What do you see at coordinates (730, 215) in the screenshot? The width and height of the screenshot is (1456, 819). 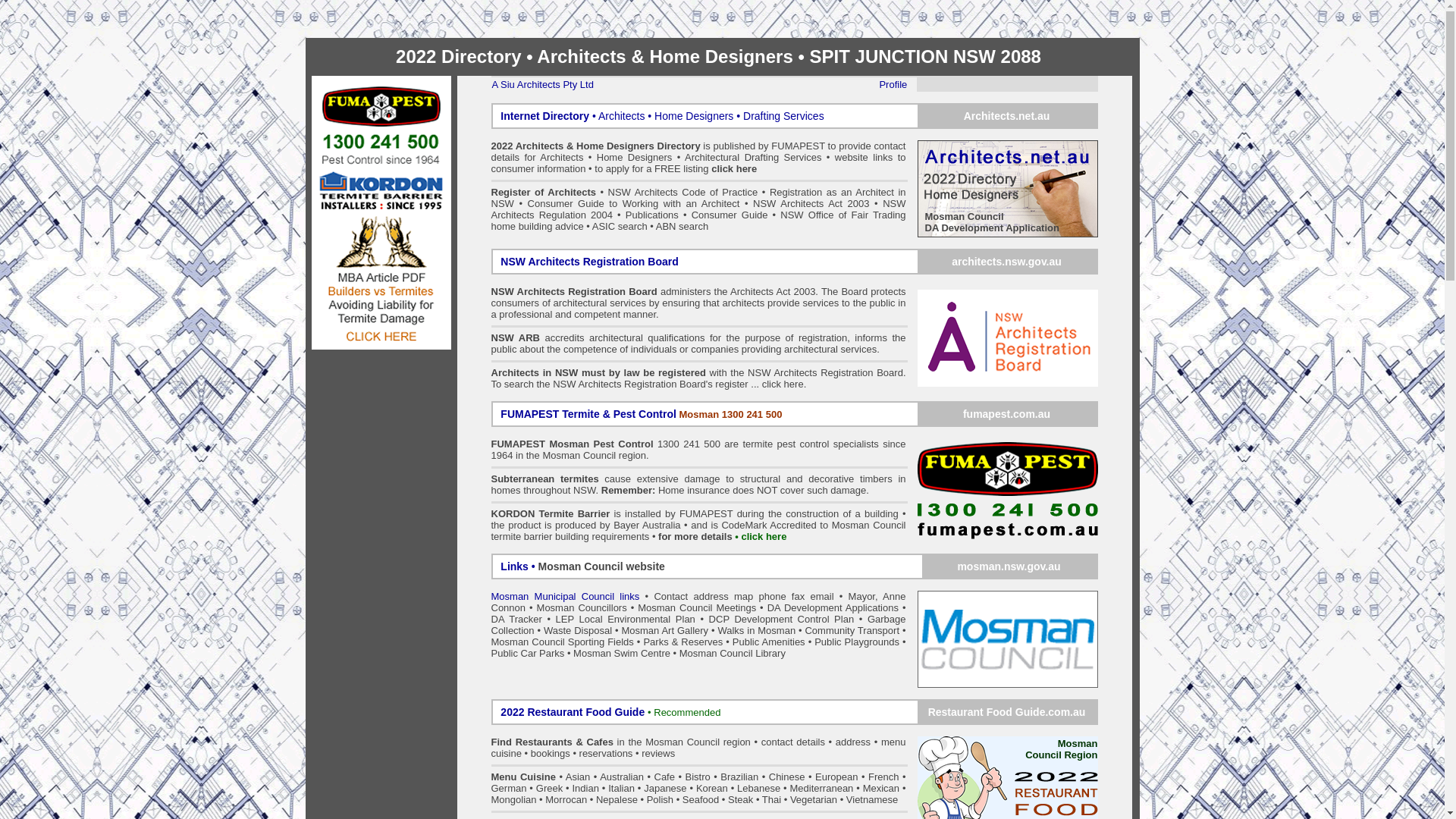 I see `'Consumer Guide'` at bounding box center [730, 215].